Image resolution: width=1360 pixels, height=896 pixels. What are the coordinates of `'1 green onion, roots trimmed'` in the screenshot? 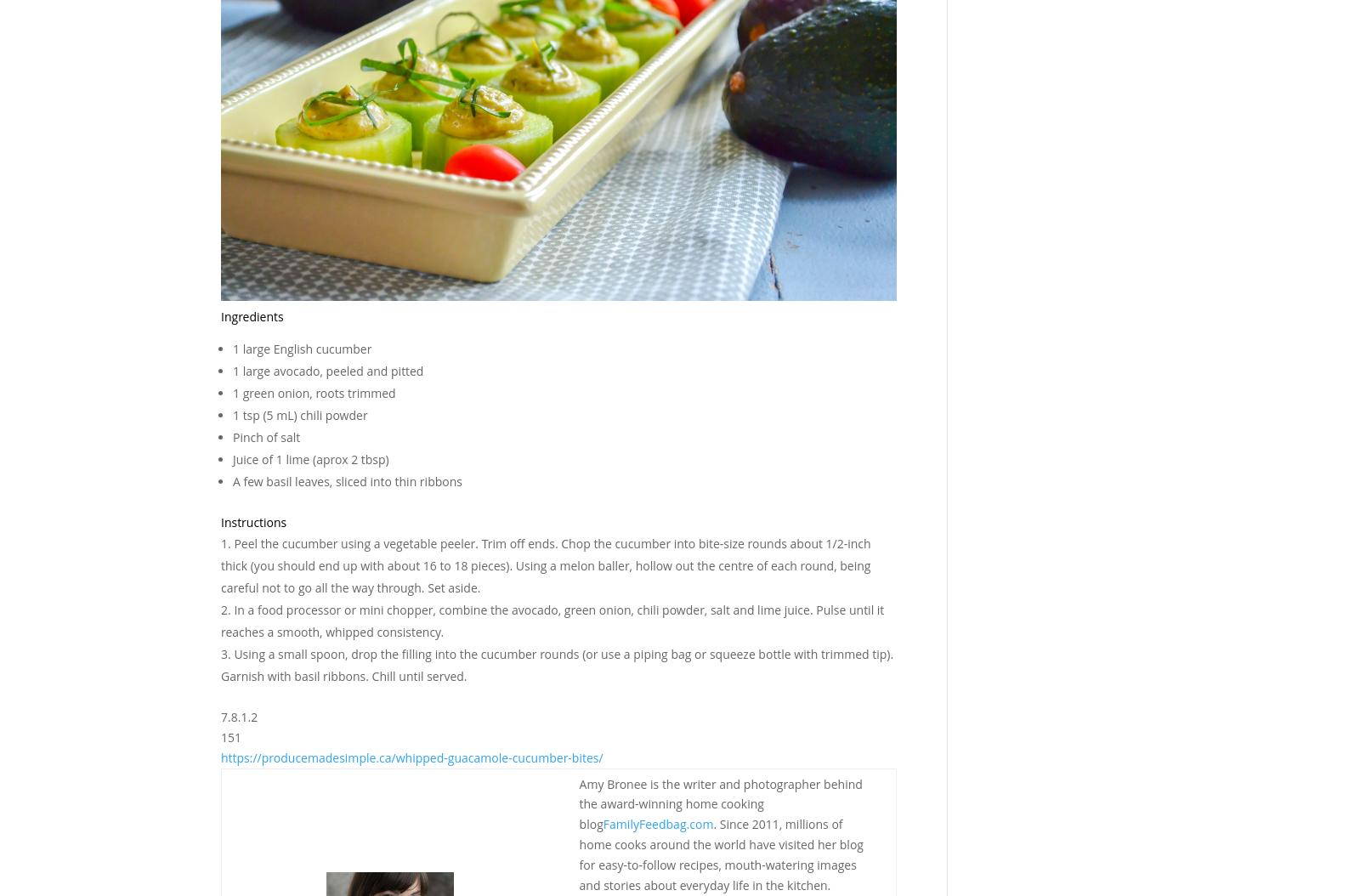 It's located at (314, 393).